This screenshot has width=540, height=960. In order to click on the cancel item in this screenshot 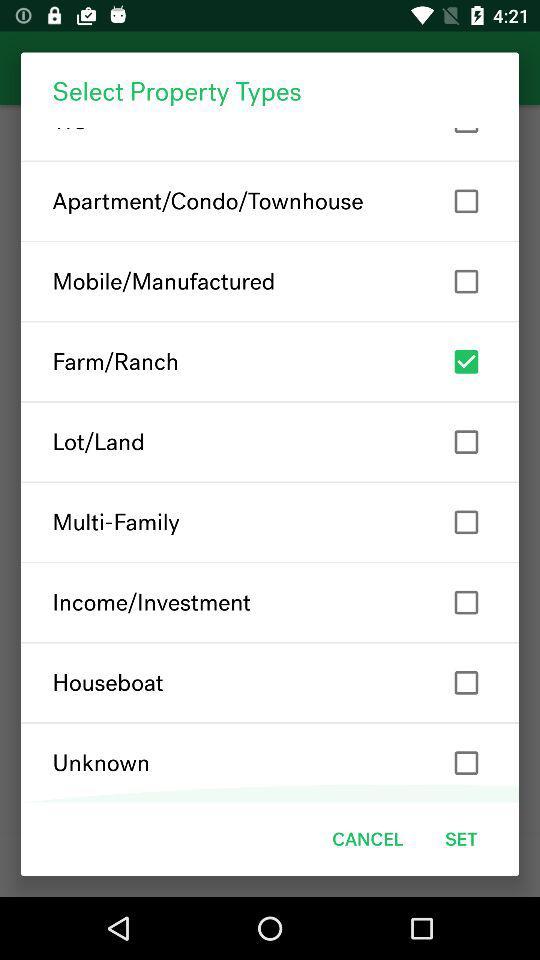, I will do `click(366, 839)`.